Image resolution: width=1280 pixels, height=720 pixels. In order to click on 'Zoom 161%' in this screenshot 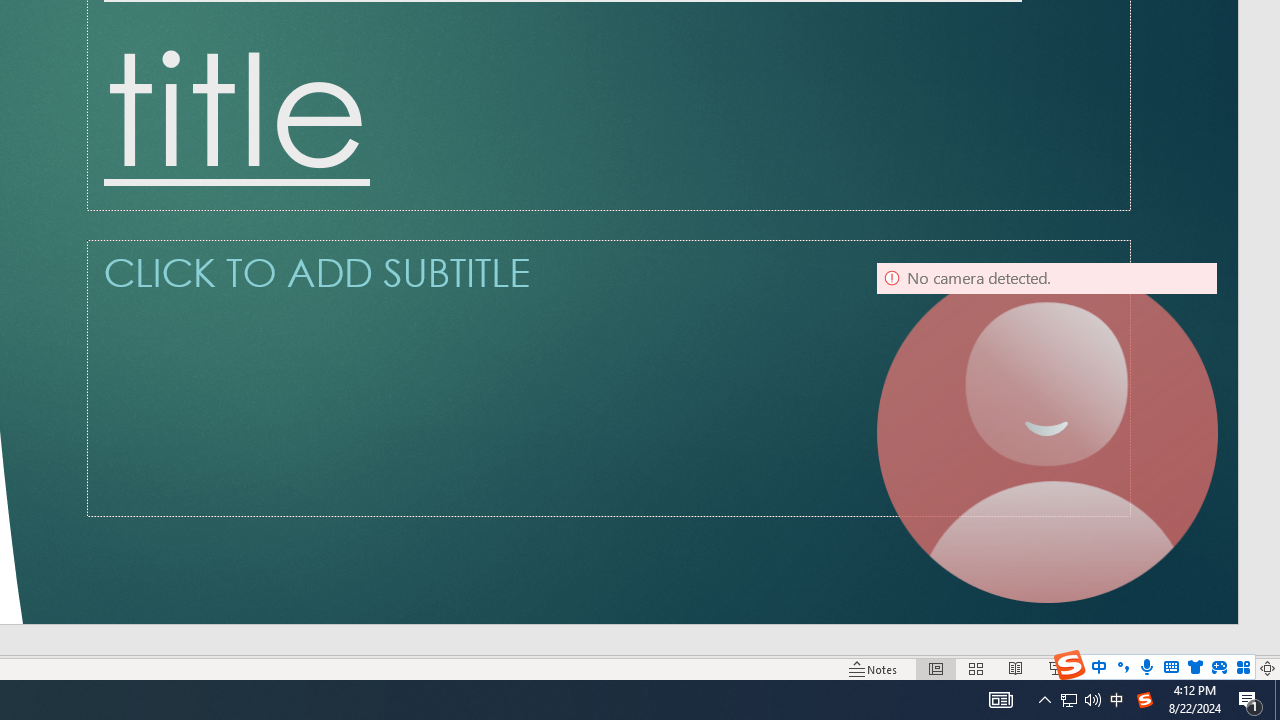, I will do `click(1233, 669)`.